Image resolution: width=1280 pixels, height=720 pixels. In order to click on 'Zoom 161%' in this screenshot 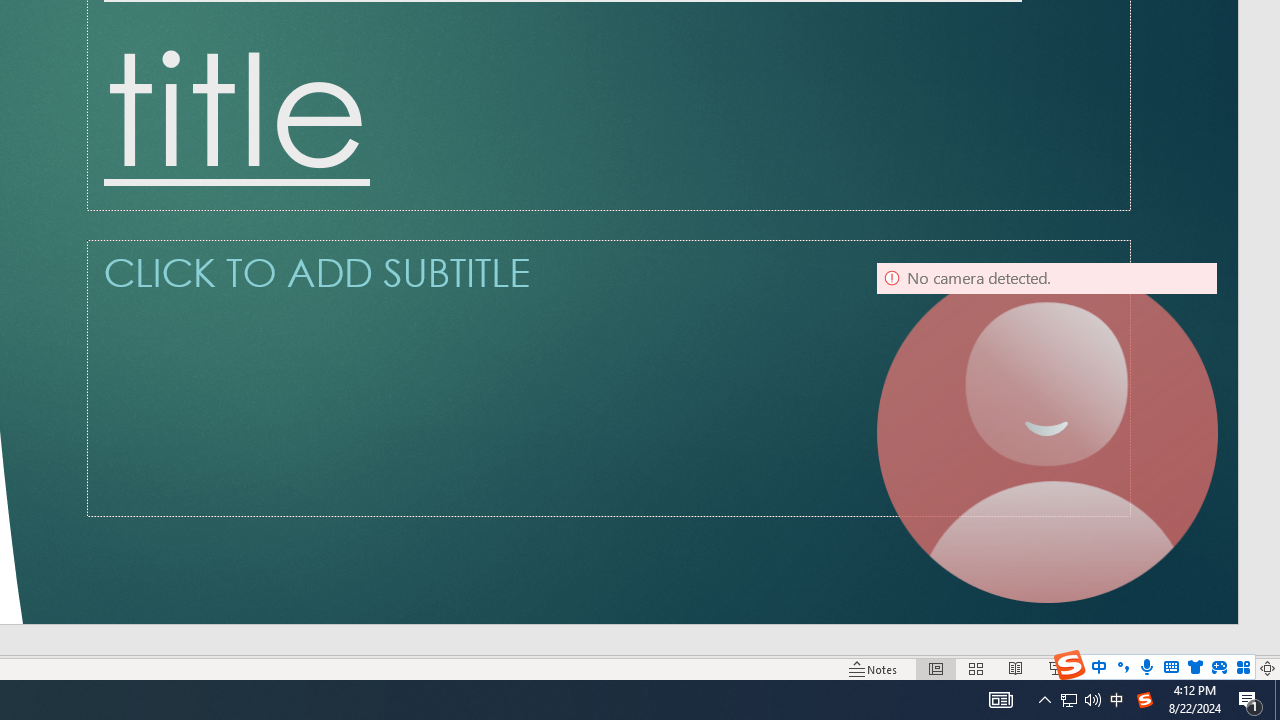, I will do `click(1233, 669)`.